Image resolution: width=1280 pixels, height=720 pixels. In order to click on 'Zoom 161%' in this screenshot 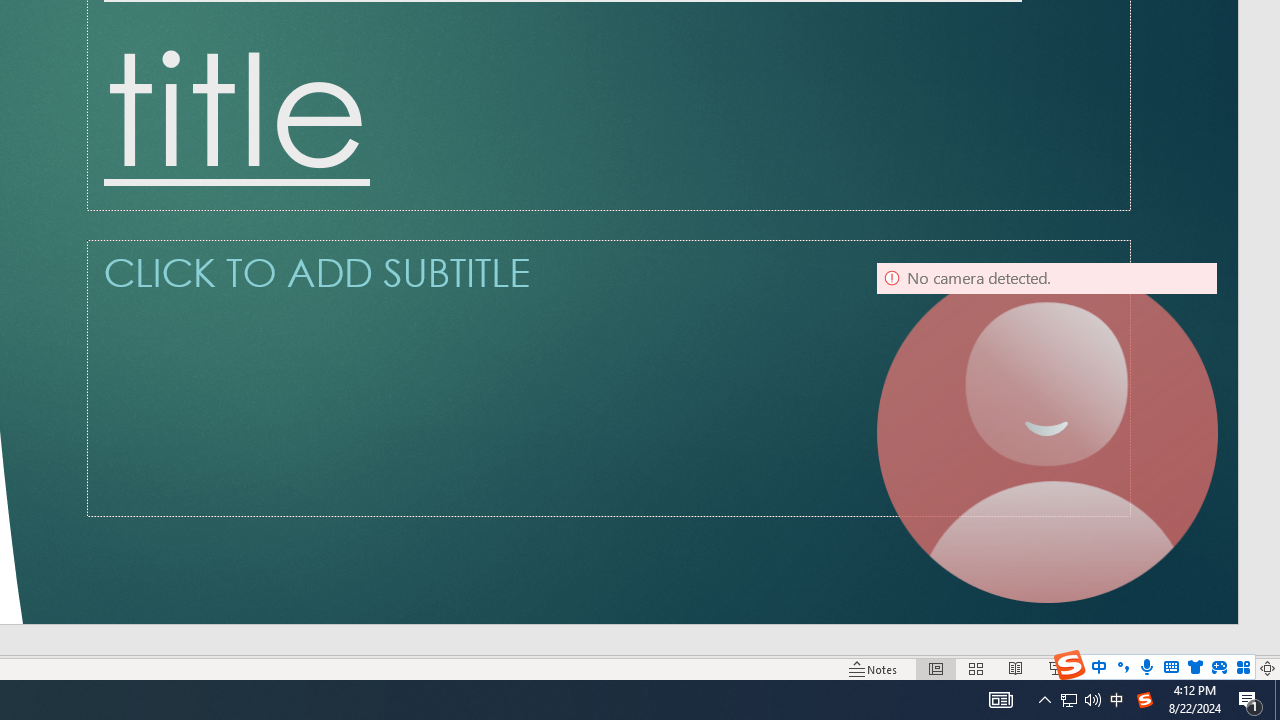, I will do `click(1233, 669)`.